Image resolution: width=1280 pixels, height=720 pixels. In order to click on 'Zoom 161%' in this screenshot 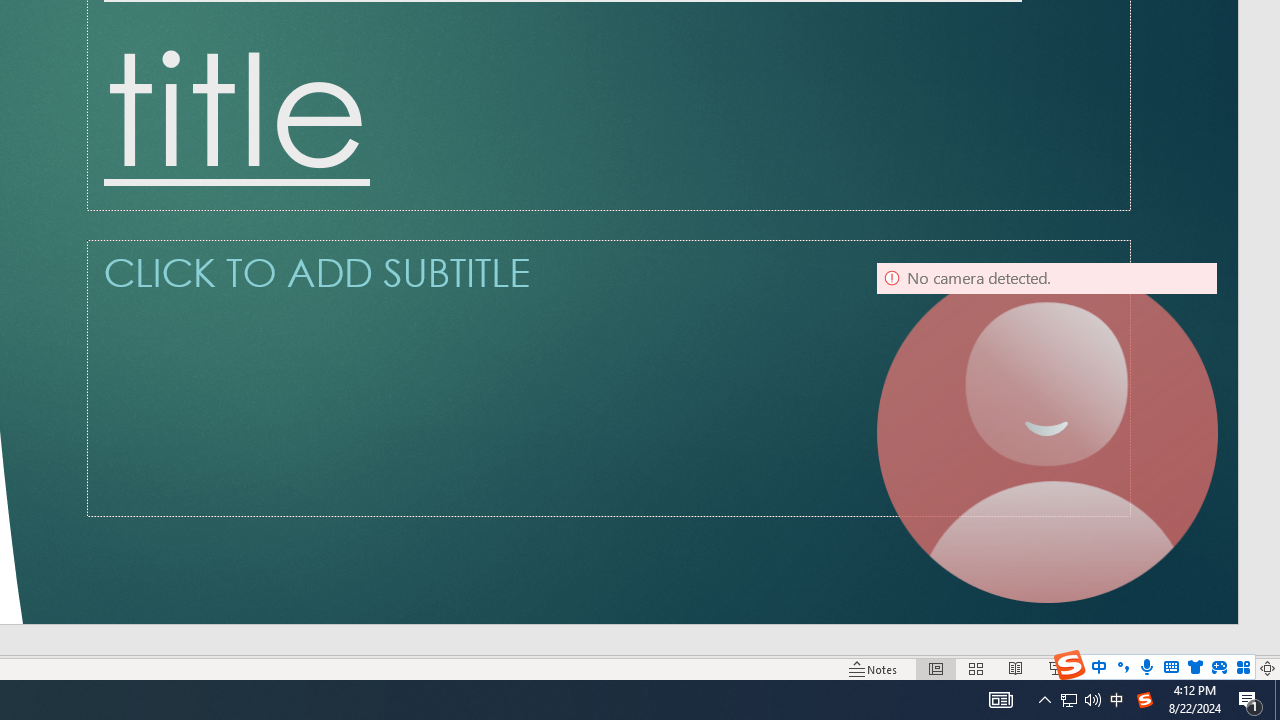, I will do `click(1233, 669)`.